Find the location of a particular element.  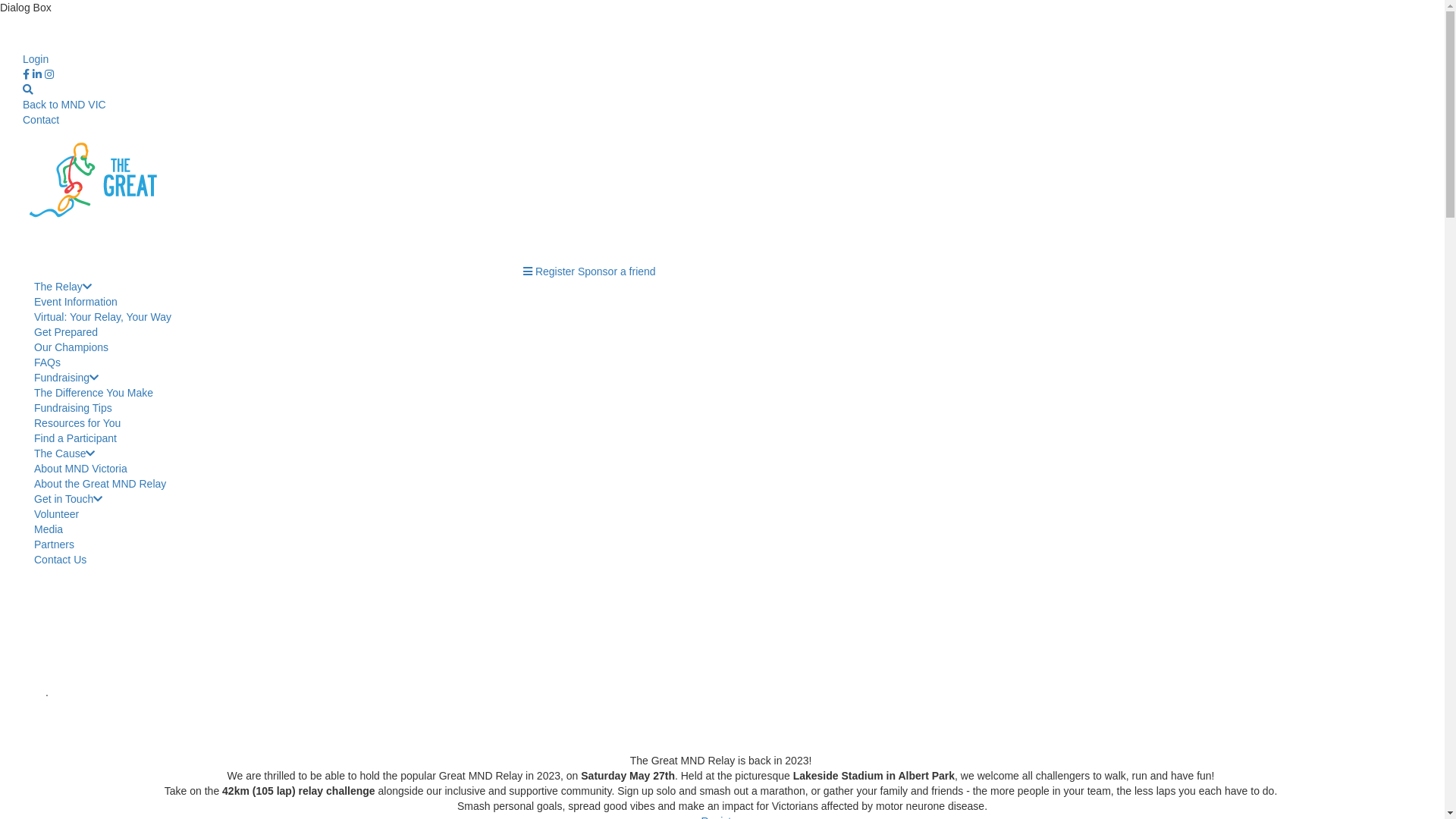

'Event Information' is located at coordinates (75, 301).